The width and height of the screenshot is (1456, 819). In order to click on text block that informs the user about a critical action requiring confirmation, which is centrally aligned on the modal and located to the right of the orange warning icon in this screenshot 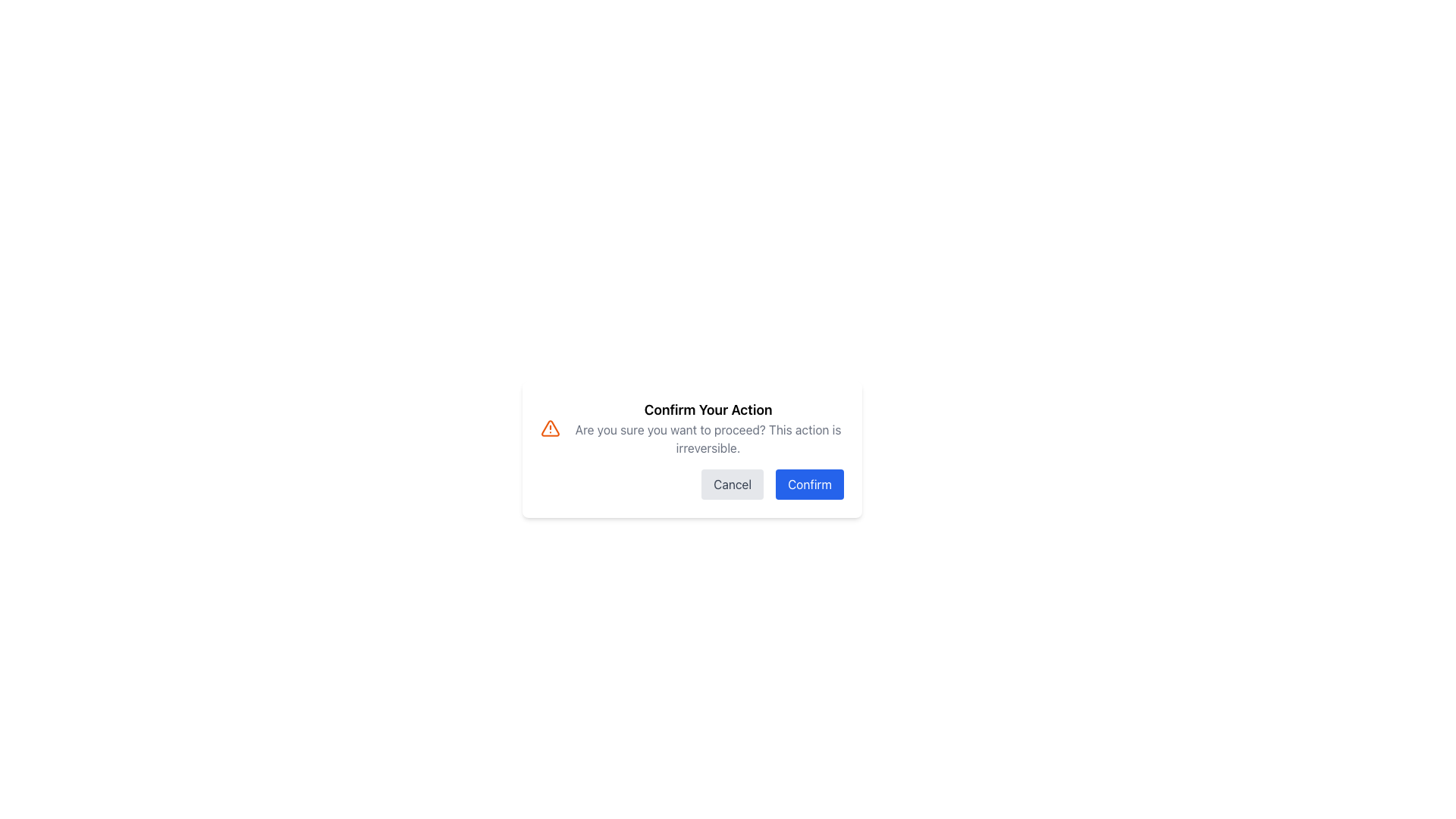, I will do `click(708, 428)`.